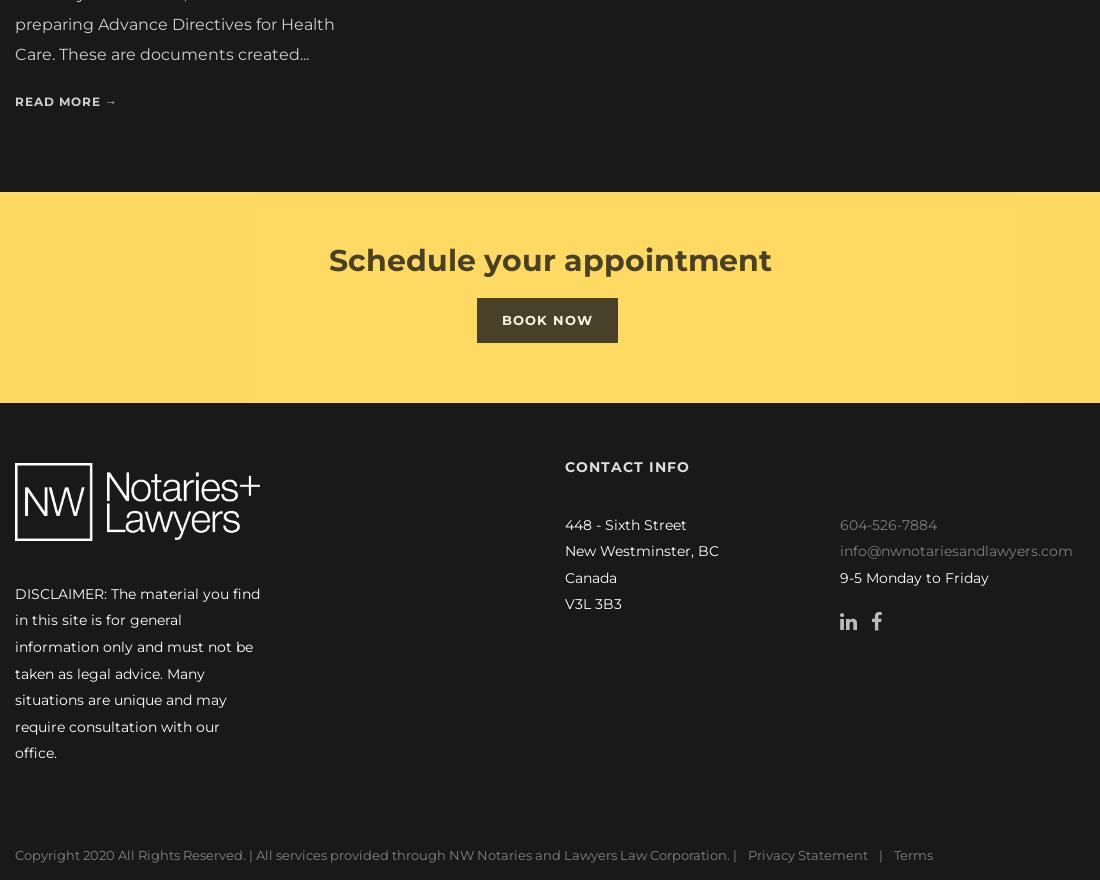  I want to click on 'Read More →', so click(65, 95).